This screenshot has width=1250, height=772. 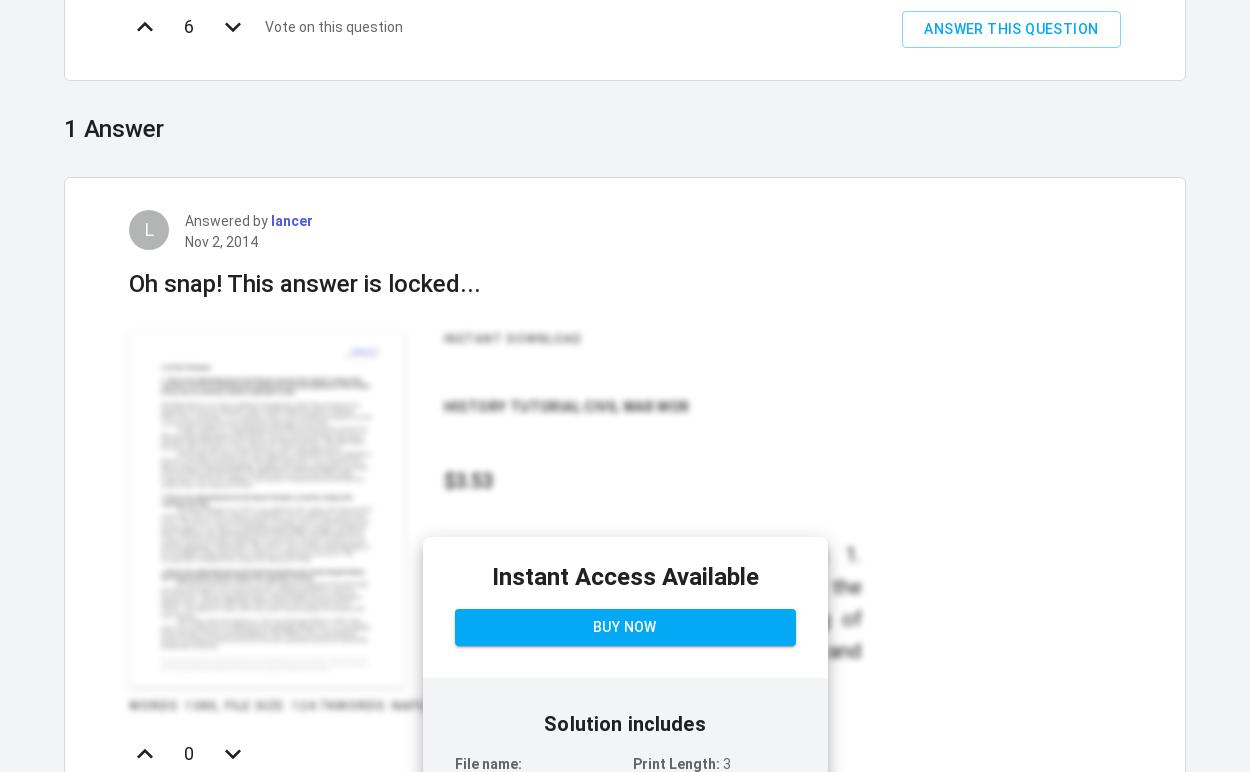 I want to click on 'Instant Access Available', so click(x=623, y=575).